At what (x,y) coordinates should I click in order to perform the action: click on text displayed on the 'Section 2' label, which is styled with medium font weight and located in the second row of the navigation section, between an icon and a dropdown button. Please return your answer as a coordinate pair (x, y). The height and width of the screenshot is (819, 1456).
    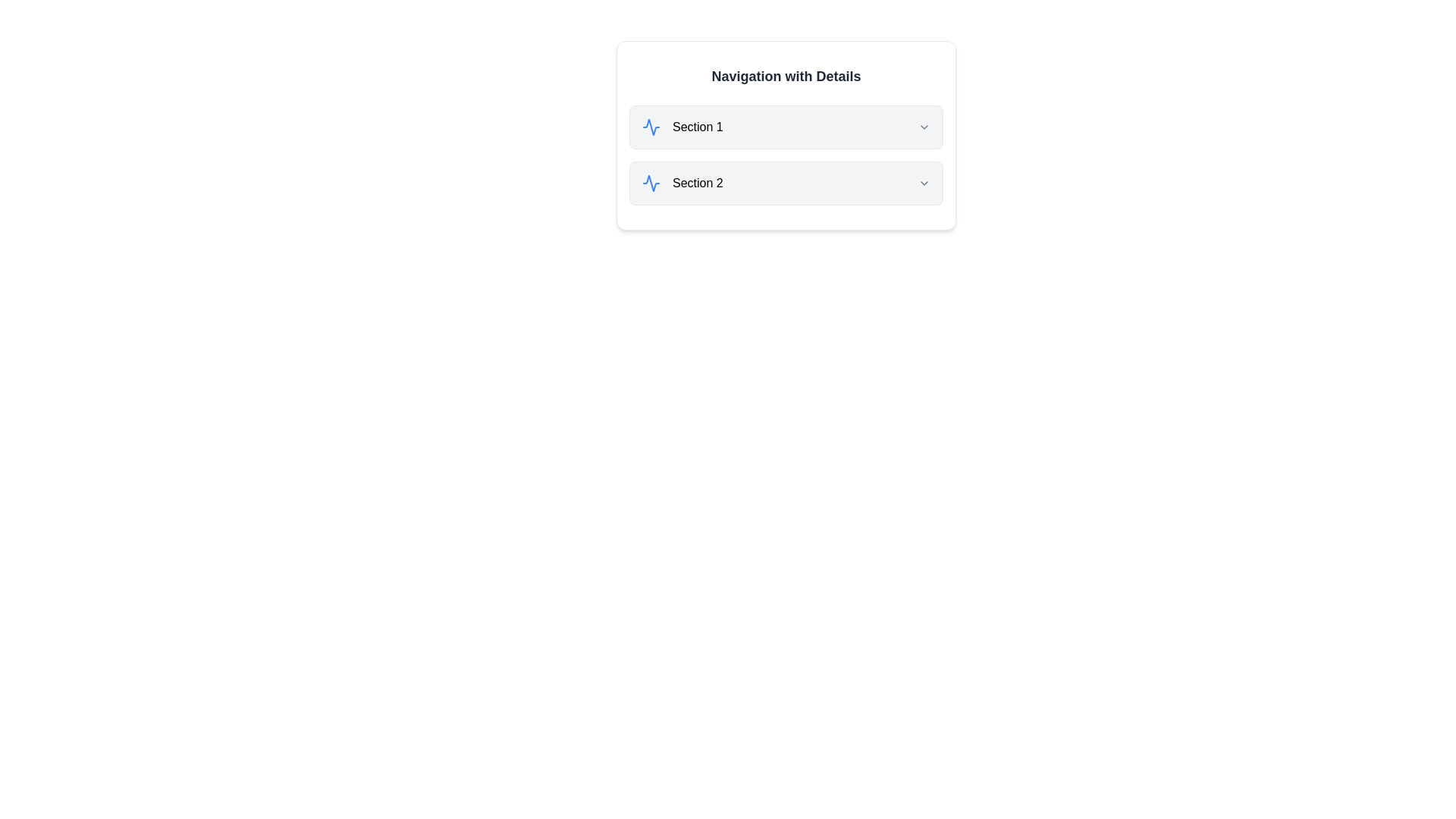
    Looking at the image, I should click on (697, 183).